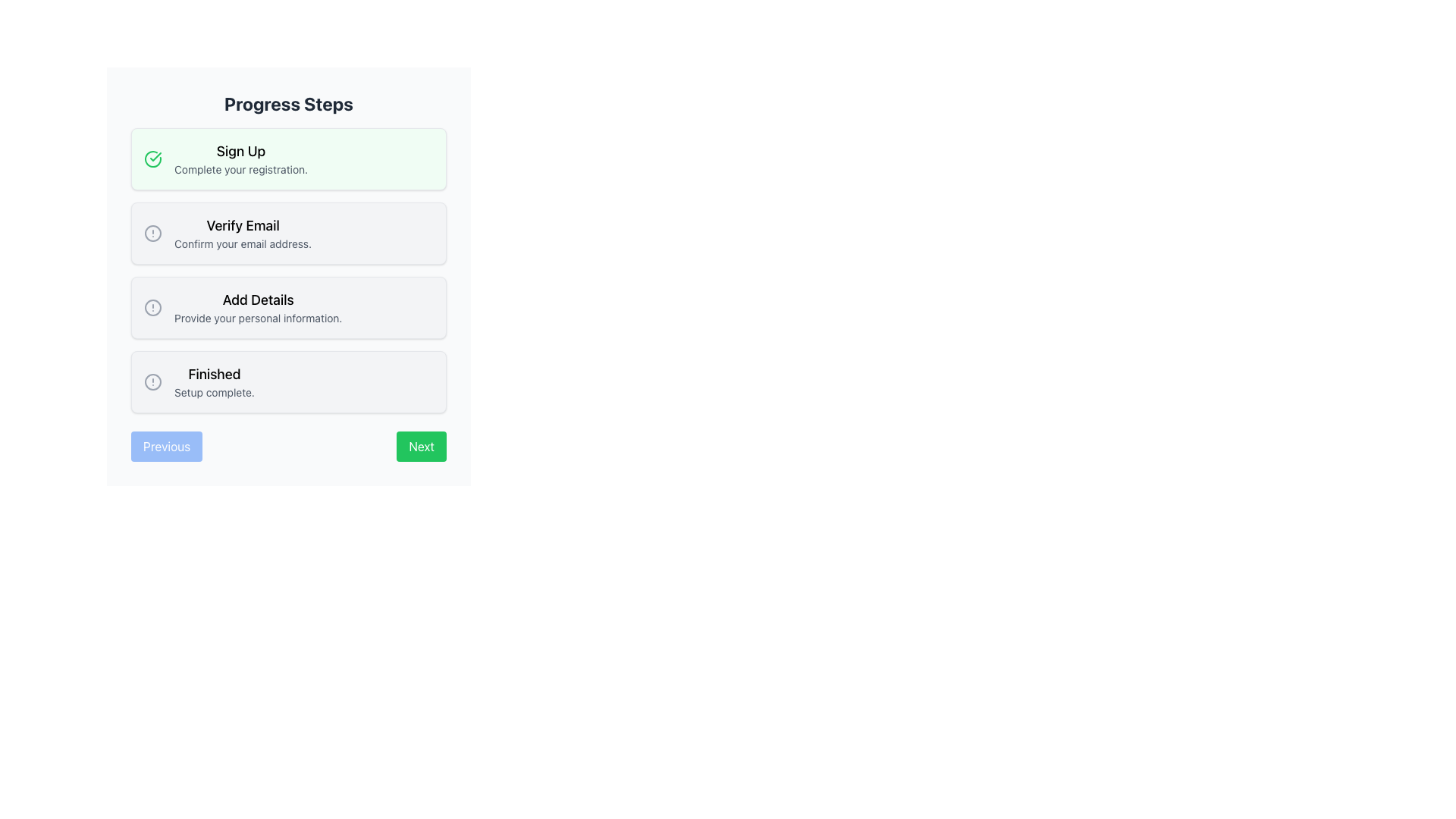 Image resolution: width=1456 pixels, height=819 pixels. What do you see at coordinates (152, 307) in the screenshot?
I see `the visual state of the alert icon representing a warning or information symbol, located at the leftmost side of the 'Add Details' step in the Progress Steps layout` at bounding box center [152, 307].